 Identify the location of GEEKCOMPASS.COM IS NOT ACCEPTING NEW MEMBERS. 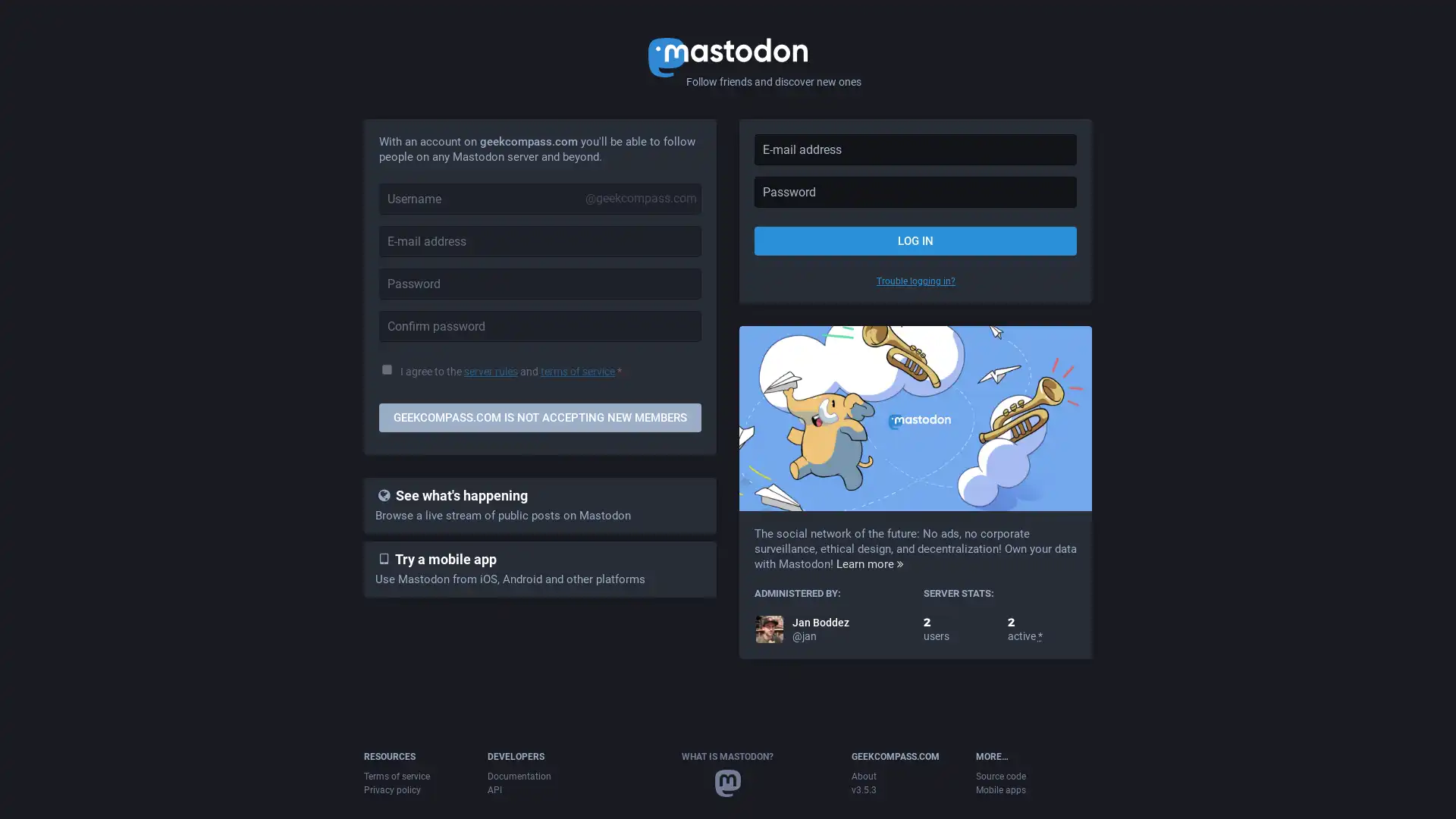
(540, 418).